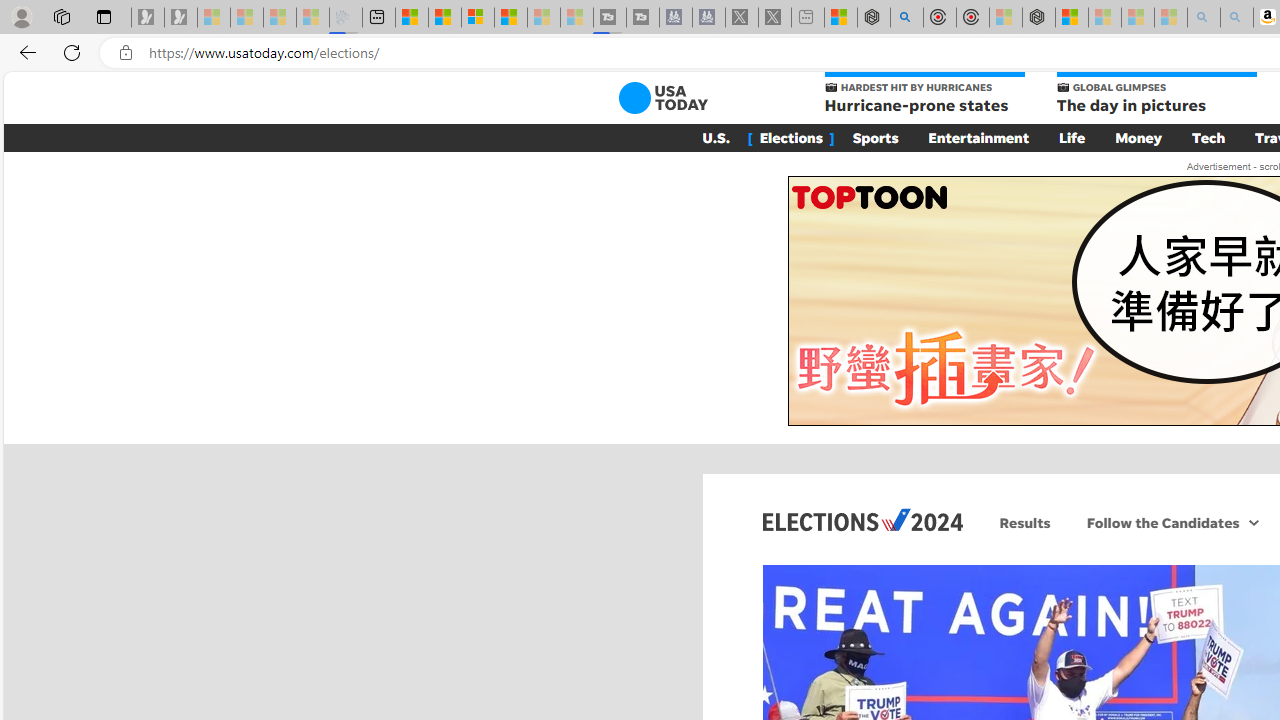 The image size is (1280, 720). What do you see at coordinates (1038, 17) in the screenshot?
I see `'Nordace - Nordace Siena Is Not An Ordinary Backpack'` at bounding box center [1038, 17].